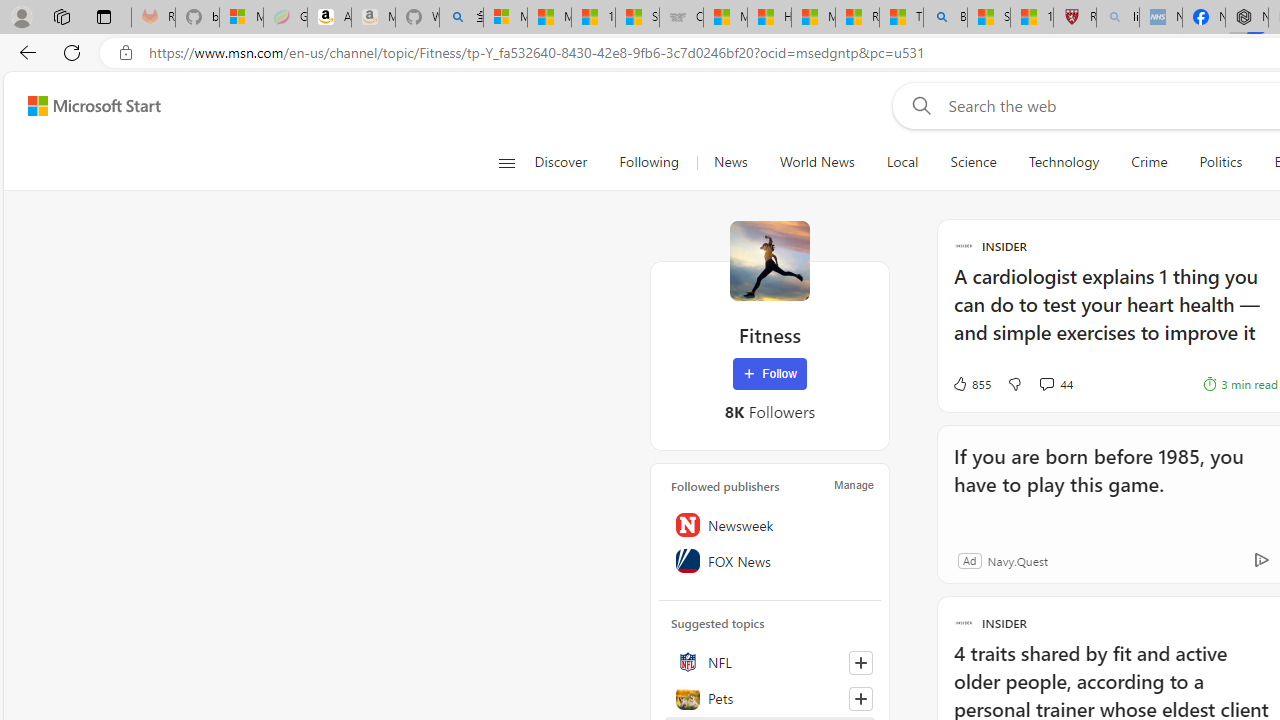 The width and height of the screenshot is (1280, 720). Describe the element at coordinates (1149, 162) in the screenshot. I see `'Crime'` at that location.